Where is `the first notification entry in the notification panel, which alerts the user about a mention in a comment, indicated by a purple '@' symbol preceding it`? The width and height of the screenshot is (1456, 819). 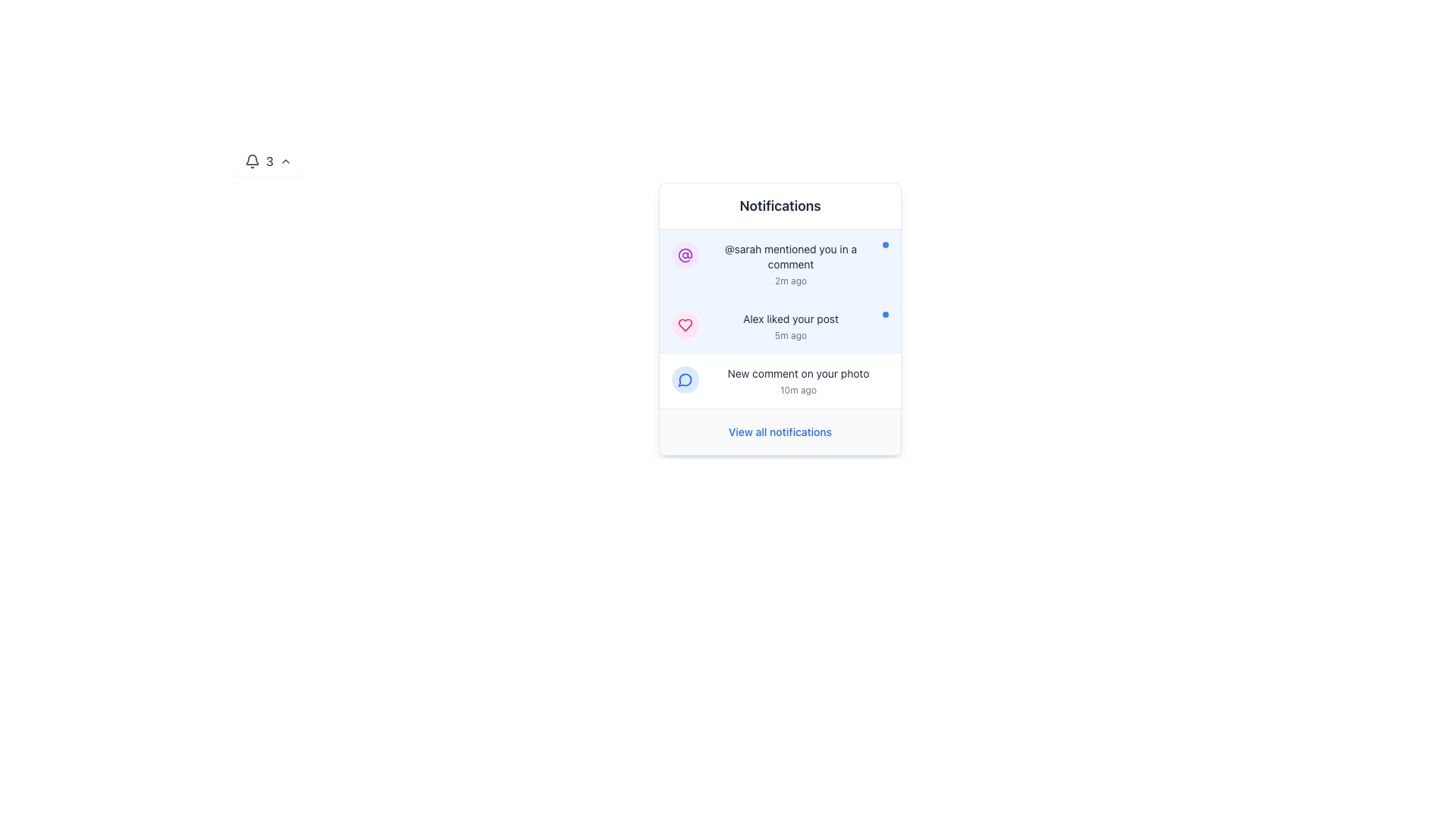 the first notification entry in the notification panel, which alerts the user about a mention in a comment, indicated by a purple '@' symbol preceding it is located at coordinates (789, 263).